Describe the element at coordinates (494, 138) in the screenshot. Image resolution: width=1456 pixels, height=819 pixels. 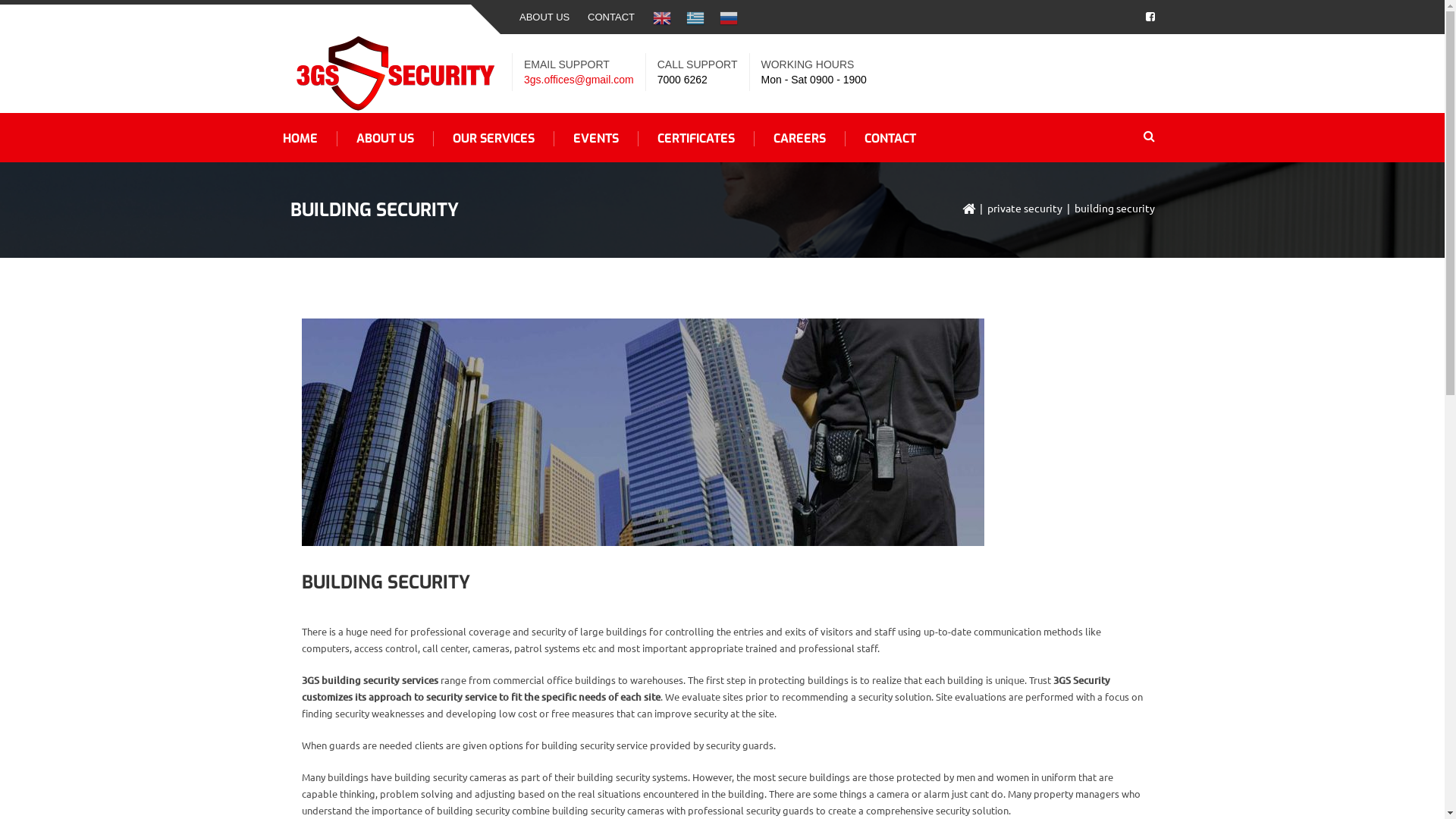
I see `'OUR SERVICES'` at that location.